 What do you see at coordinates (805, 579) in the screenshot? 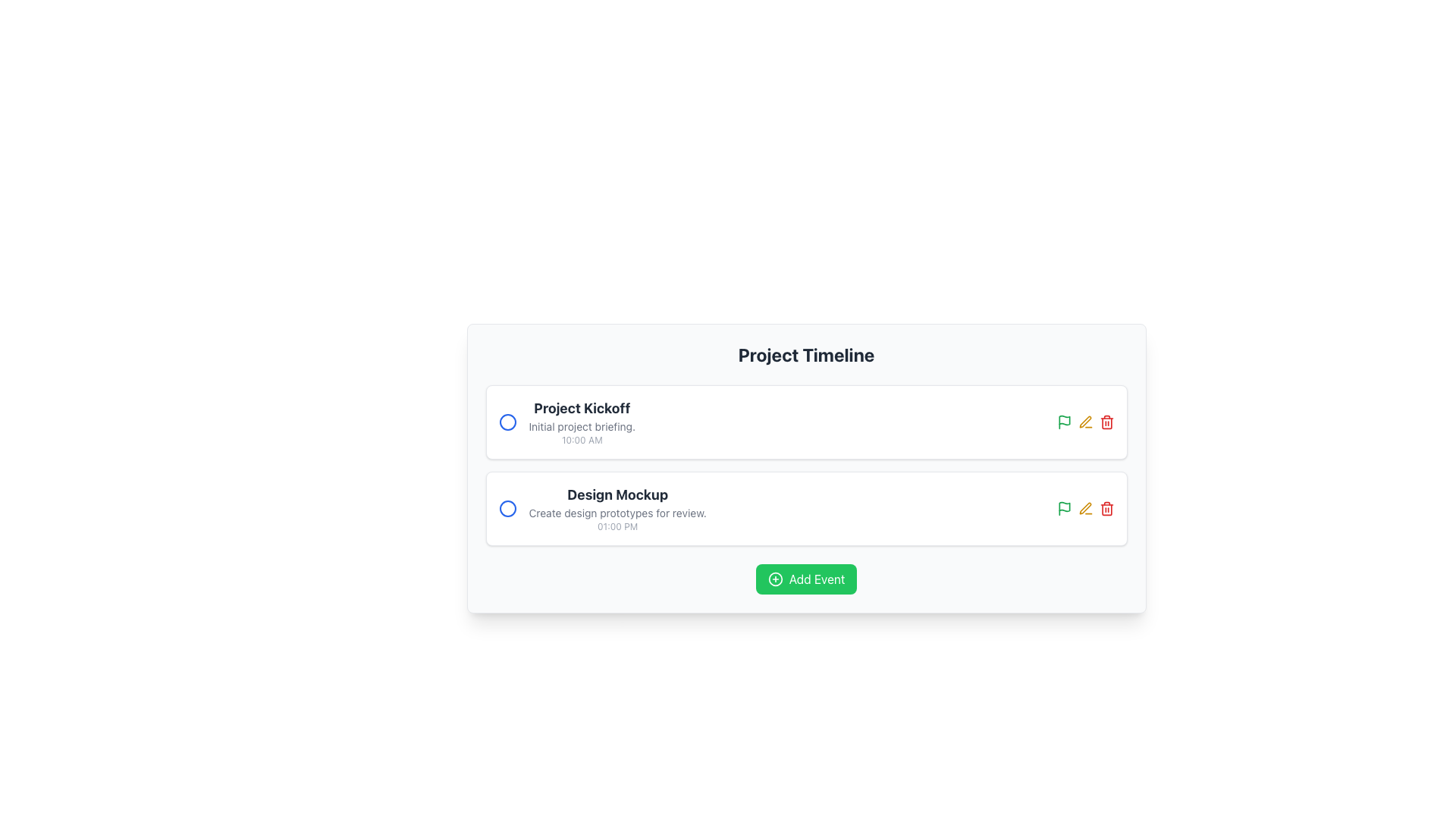
I see `the button located at the bottom of the 'Project Timeline' card` at bounding box center [805, 579].